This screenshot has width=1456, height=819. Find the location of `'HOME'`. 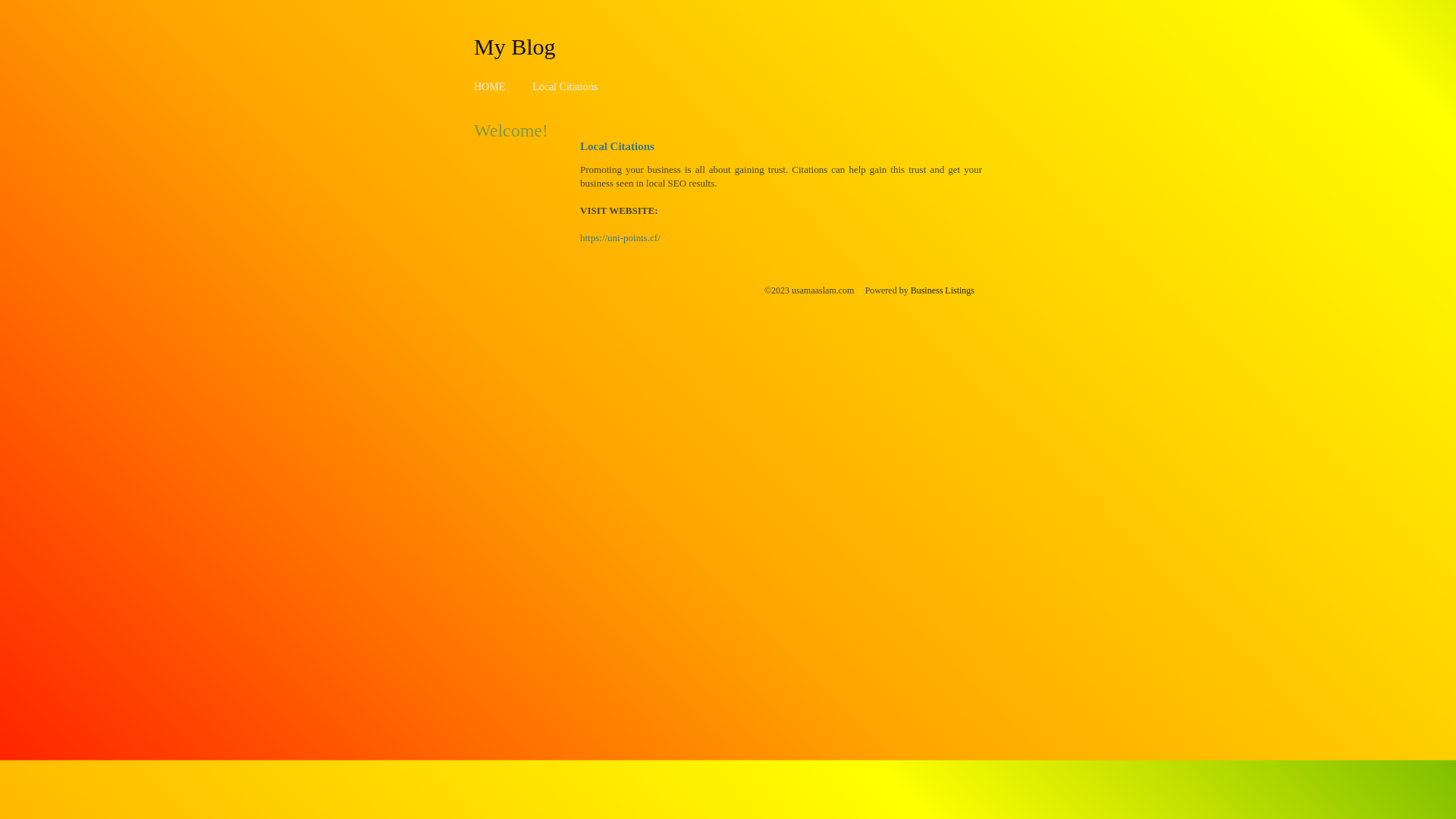

'HOME' is located at coordinates (489, 86).